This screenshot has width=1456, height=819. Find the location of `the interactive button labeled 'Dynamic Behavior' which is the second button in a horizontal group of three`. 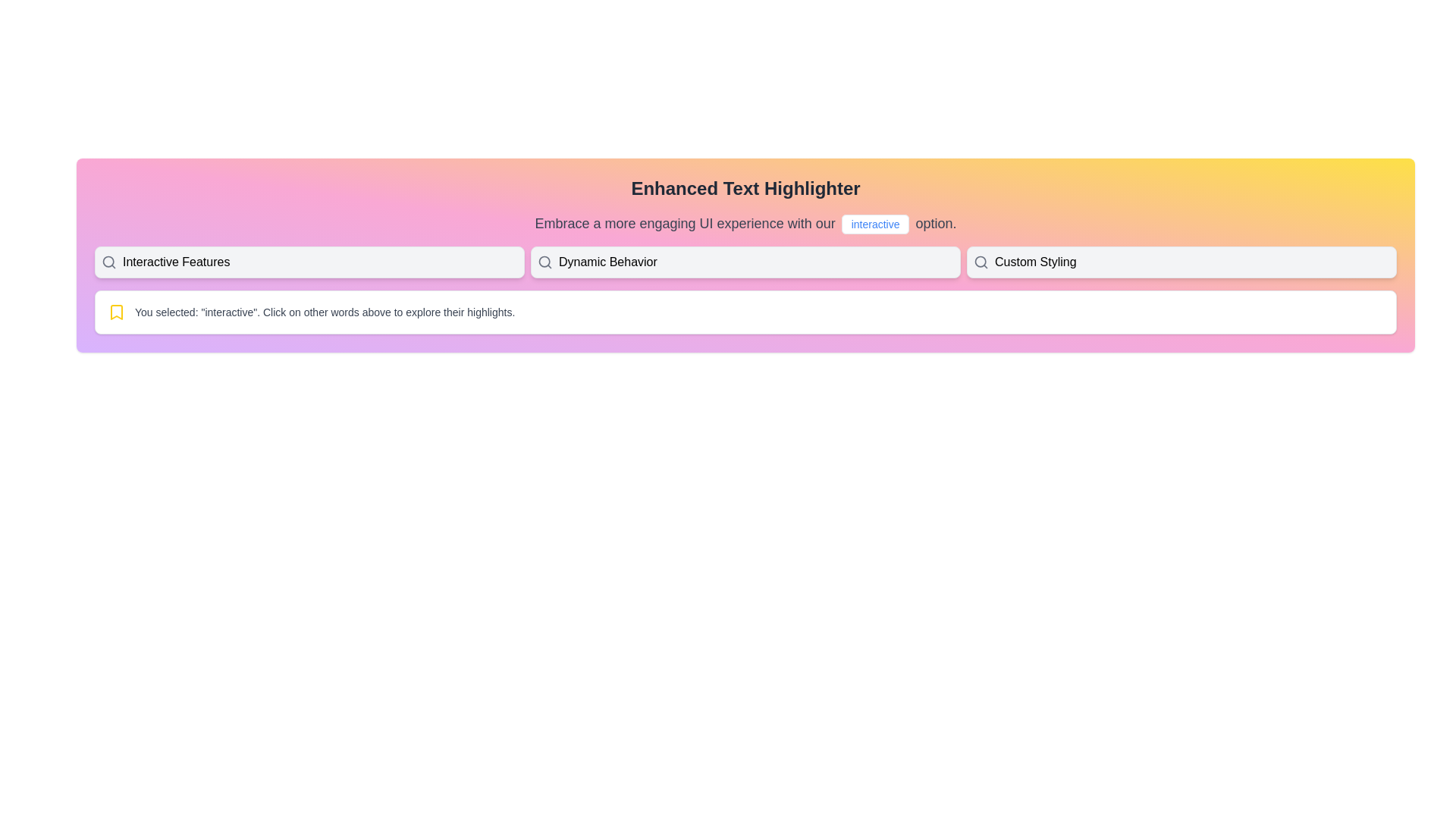

the interactive button labeled 'Dynamic Behavior' which is the second button in a horizontal group of three is located at coordinates (745, 262).